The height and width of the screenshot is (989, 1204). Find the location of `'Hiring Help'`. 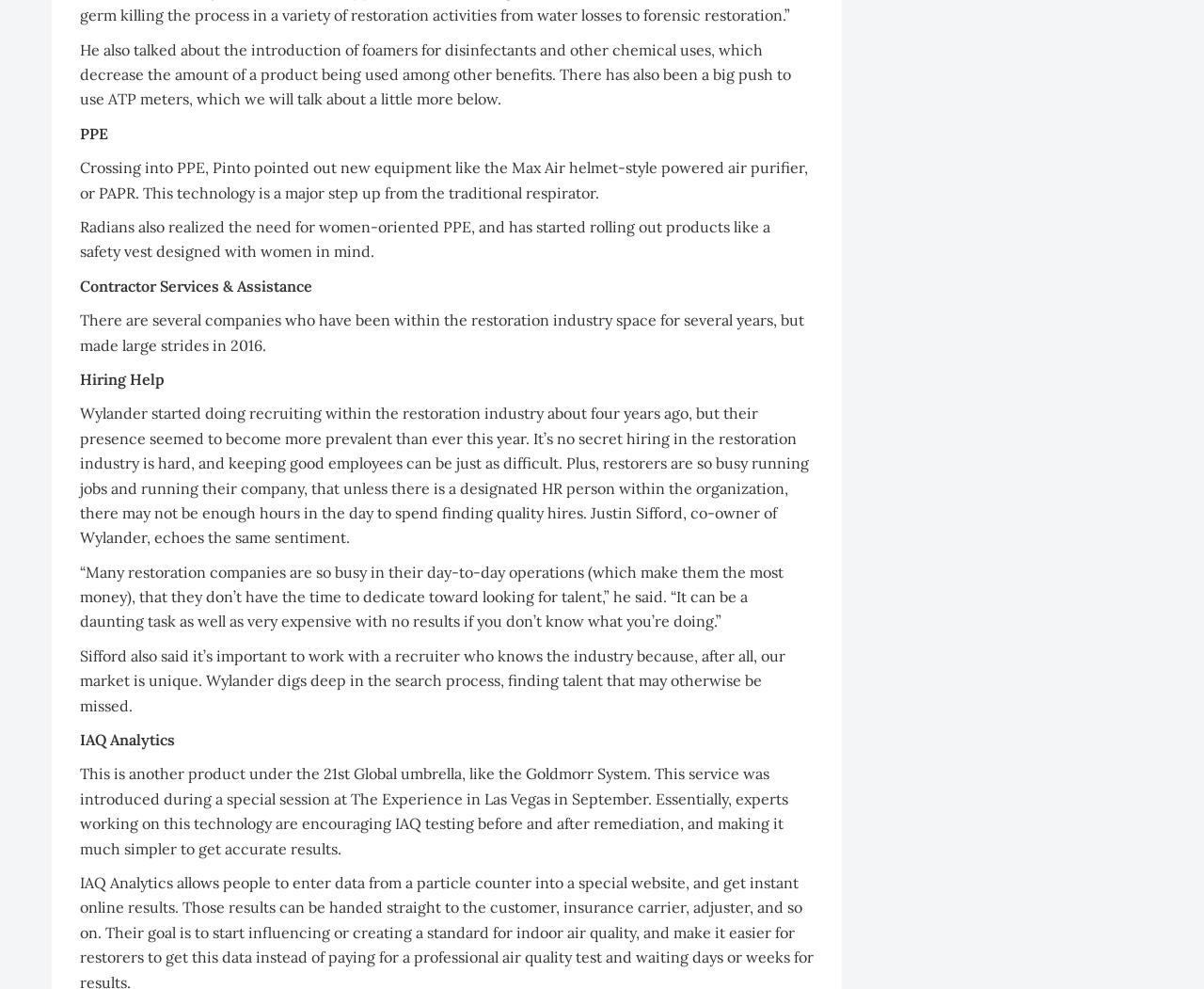

'Hiring Help' is located at coordinates (121, 377).